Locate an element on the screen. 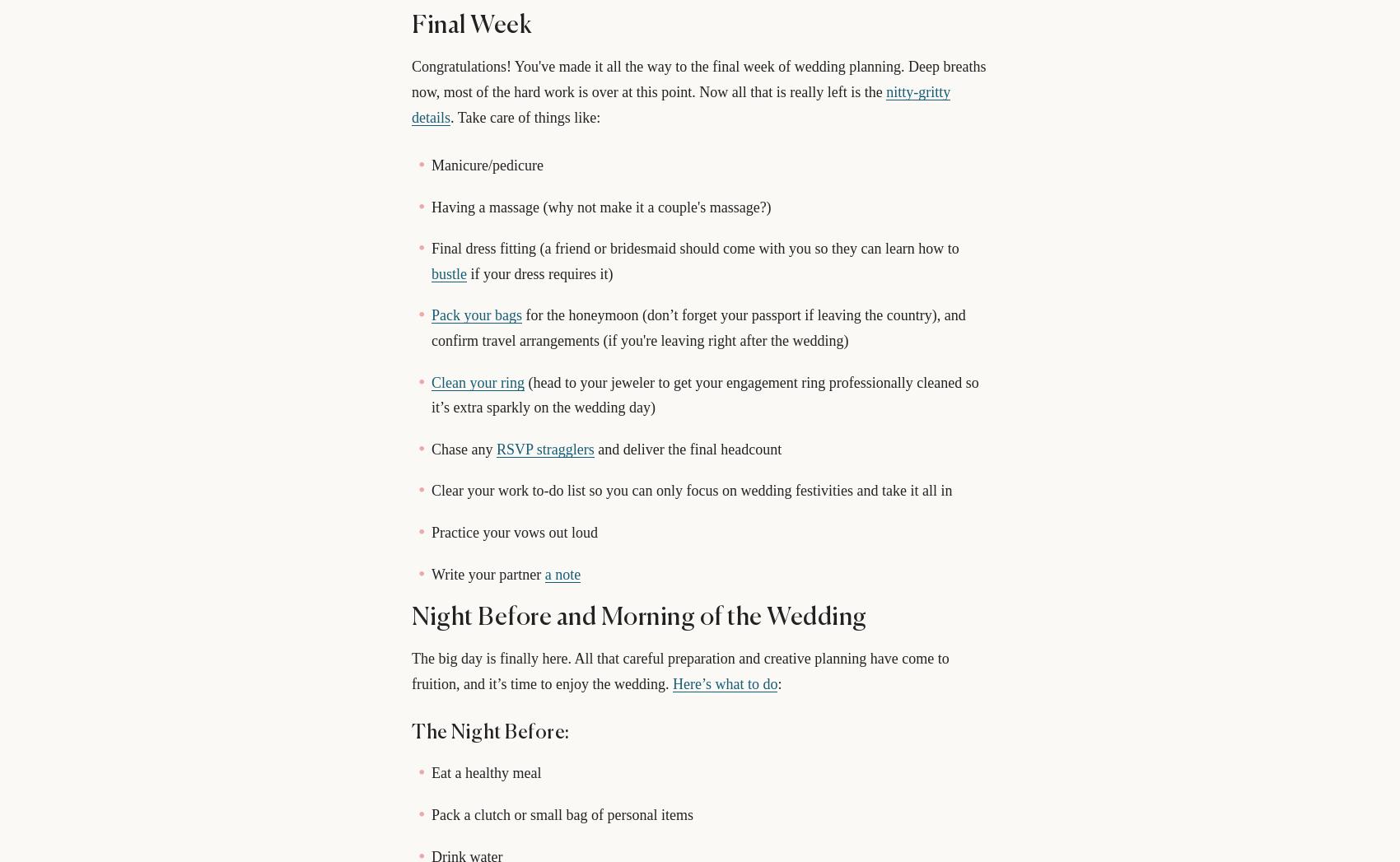 This screenshot has width=1400, height=862. 'RSVP stragglers' is located at coordinates (544, 448).